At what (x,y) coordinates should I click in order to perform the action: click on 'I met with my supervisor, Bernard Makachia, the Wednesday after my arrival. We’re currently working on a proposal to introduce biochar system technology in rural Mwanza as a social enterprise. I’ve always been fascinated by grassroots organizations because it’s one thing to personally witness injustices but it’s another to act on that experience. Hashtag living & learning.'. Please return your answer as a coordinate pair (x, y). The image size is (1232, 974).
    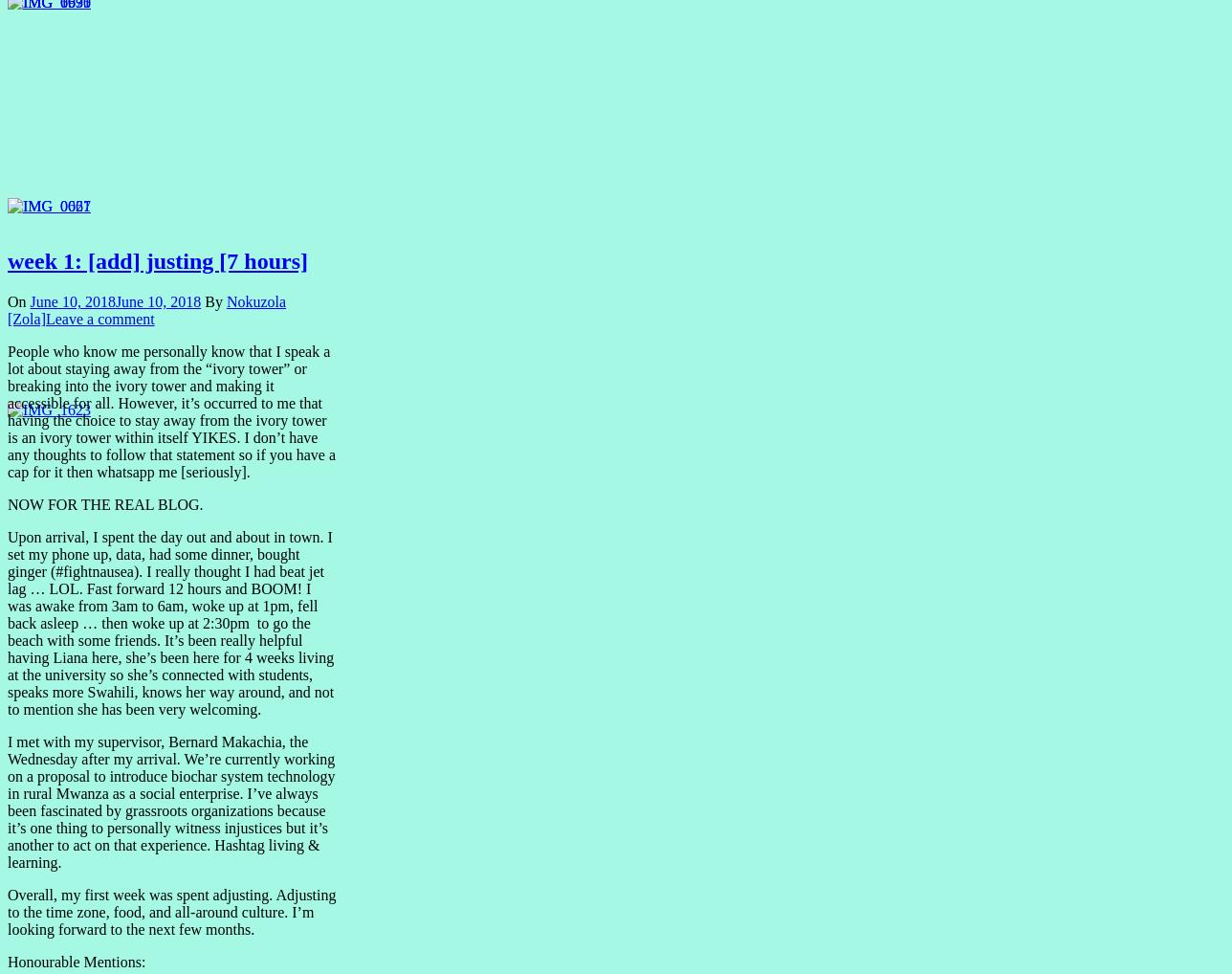
    Looking at the image, I should click on (7, 801).